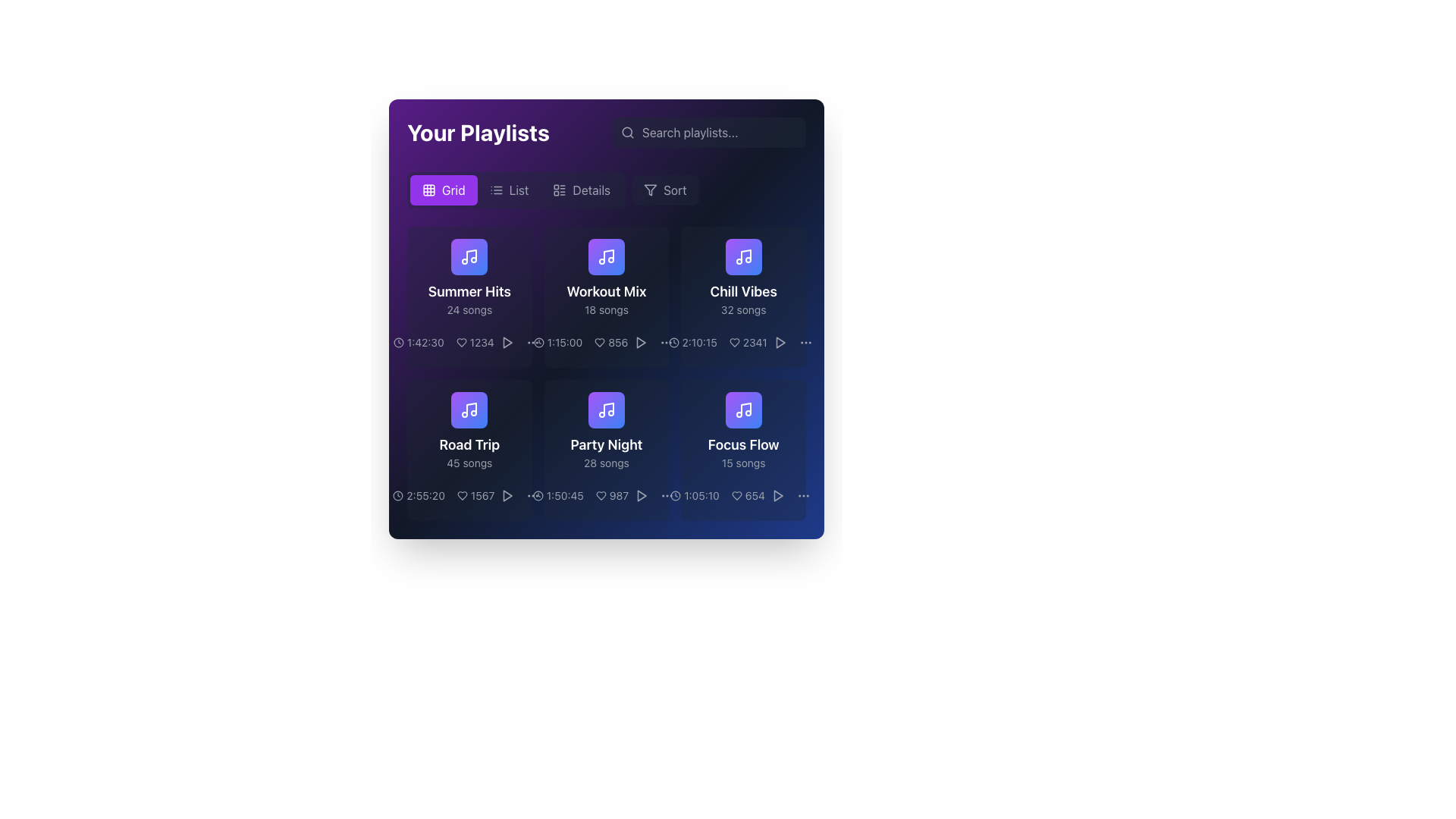  Describe the element at coordinates (607, 297) in the screenshot. I see `the 'Workout Mix' playlist item` at that location.